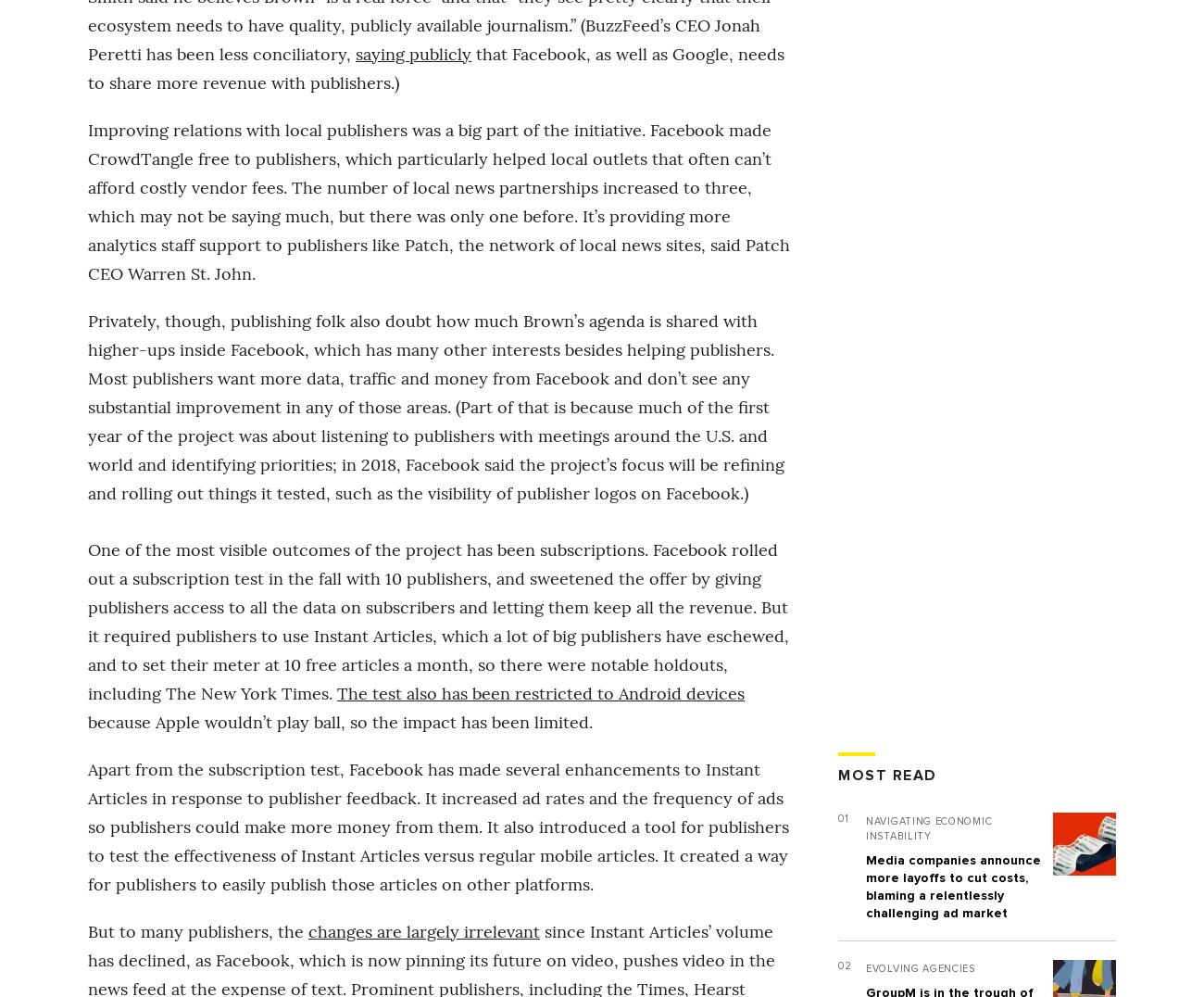  Describe the element at coordinates (437, 826) in the screenshot. I see `'Apart from the subscription test, Facebook has made several enhancements to Instant Articles in response to publisher feedback. It increased ad rates and the frequency of ads so publishers could make more money from them. It also introduced a tool for publishers to test the effectiveness of Instant Articles versus regular mobile articles. It created a way for publishers to easily publish those articles on other platforms.'` at that location.